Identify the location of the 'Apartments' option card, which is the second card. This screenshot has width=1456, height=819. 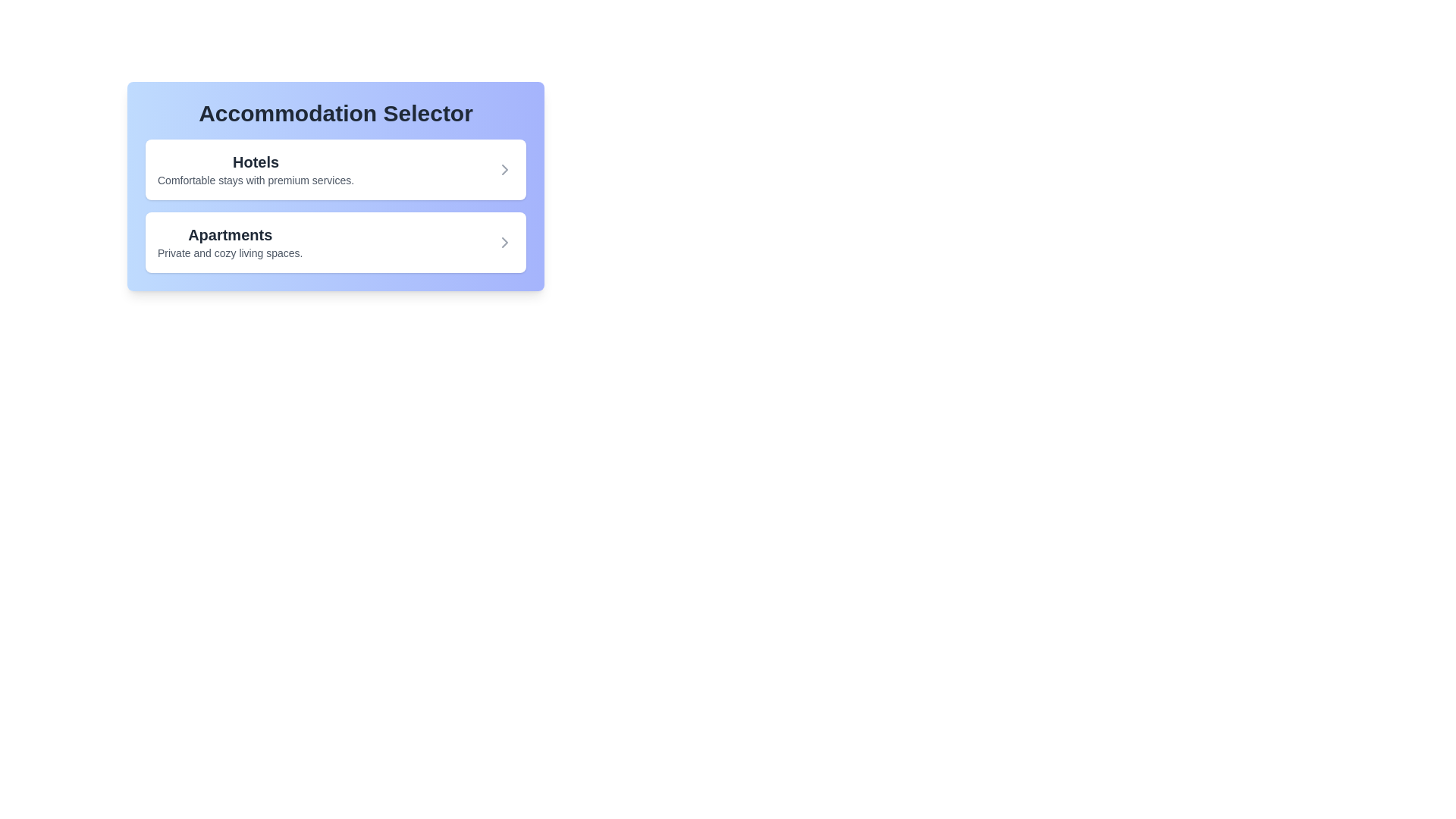
(334, 231).